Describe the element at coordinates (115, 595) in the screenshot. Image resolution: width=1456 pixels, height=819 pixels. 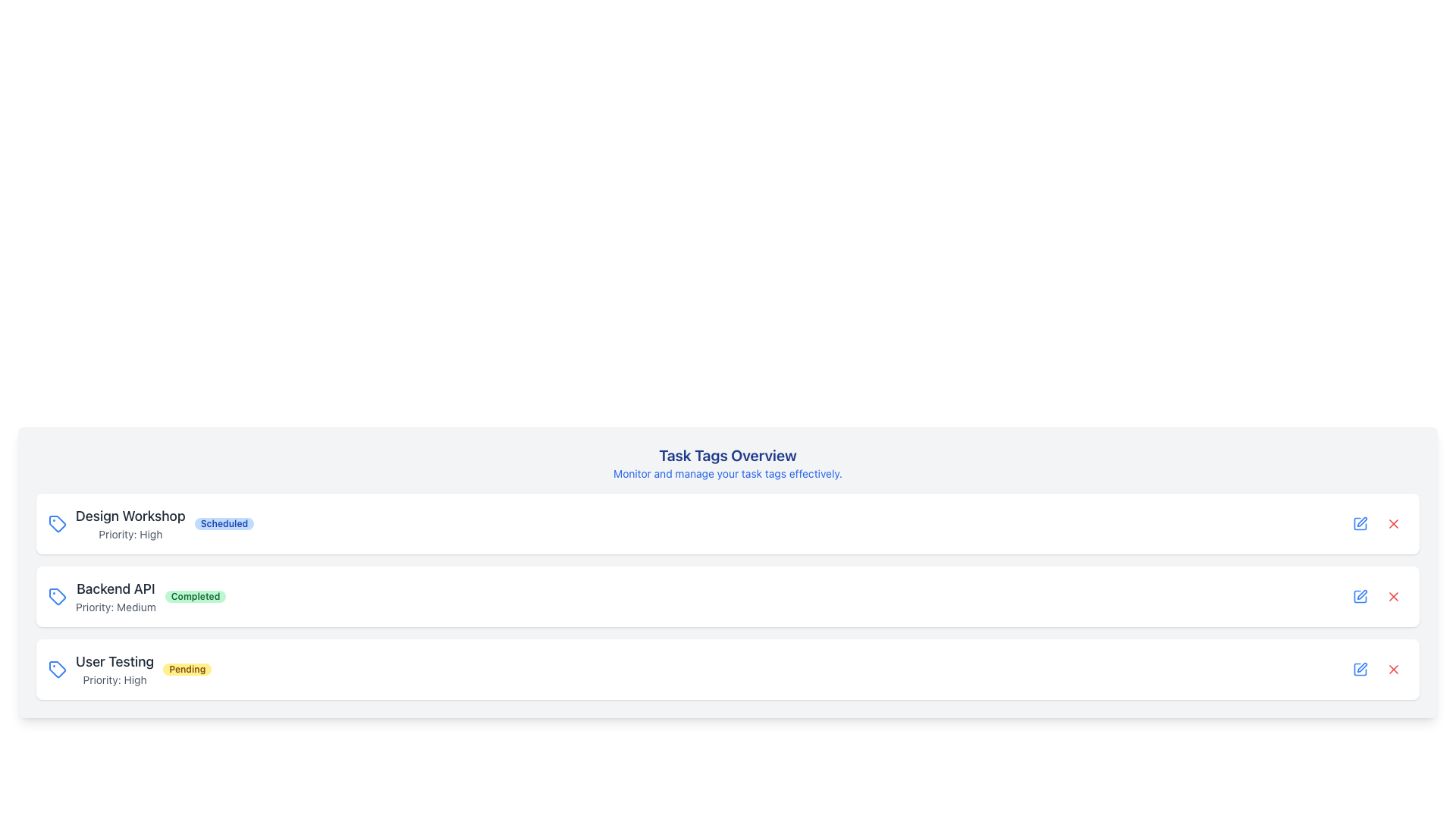
I see `the text block that identifies the task as 'Backend API' with a priority level of 'Medium', located between the 'Design Workshop' and 'User Testing' rows` at that location.